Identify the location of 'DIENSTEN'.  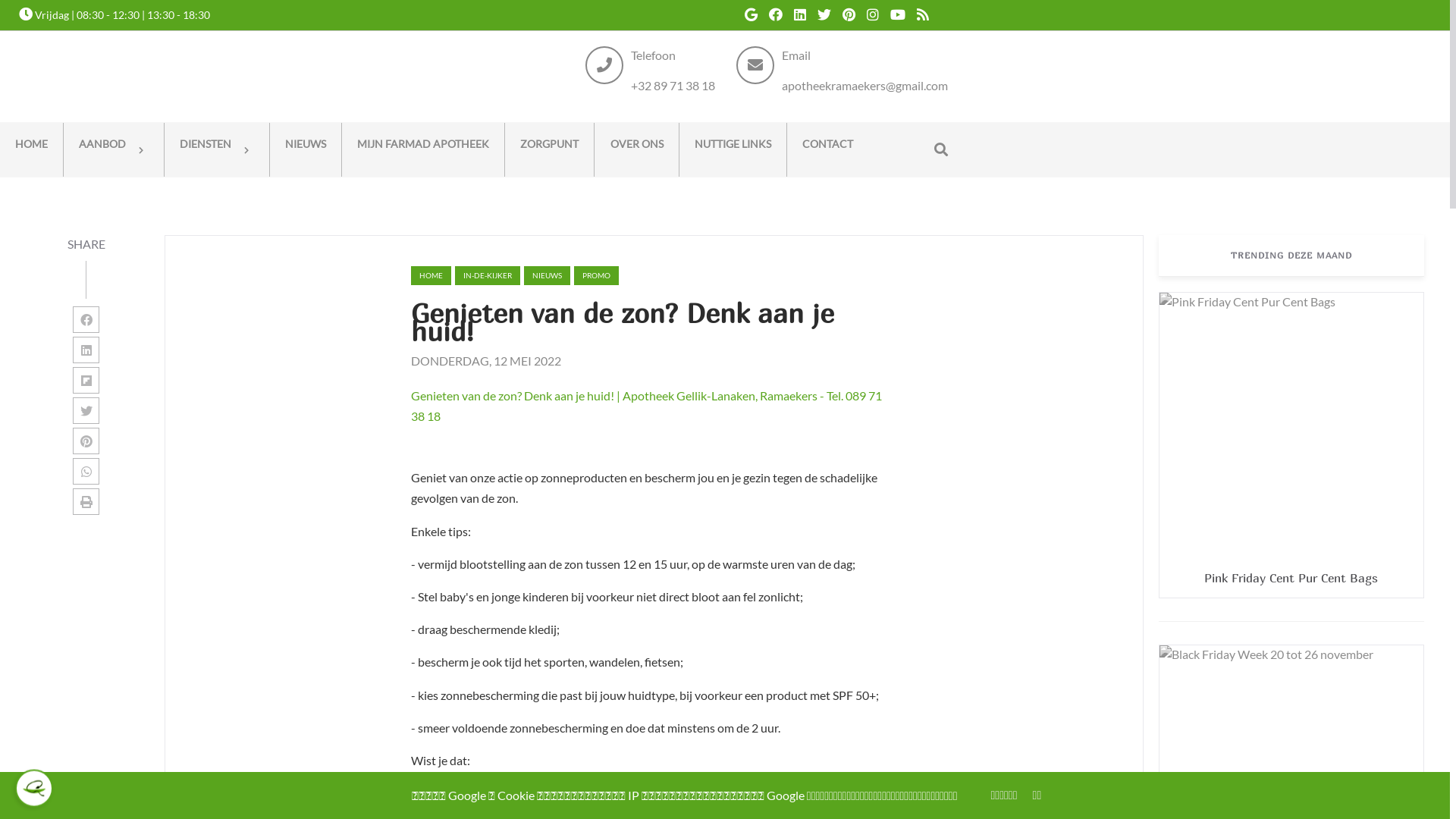
(164, 149).